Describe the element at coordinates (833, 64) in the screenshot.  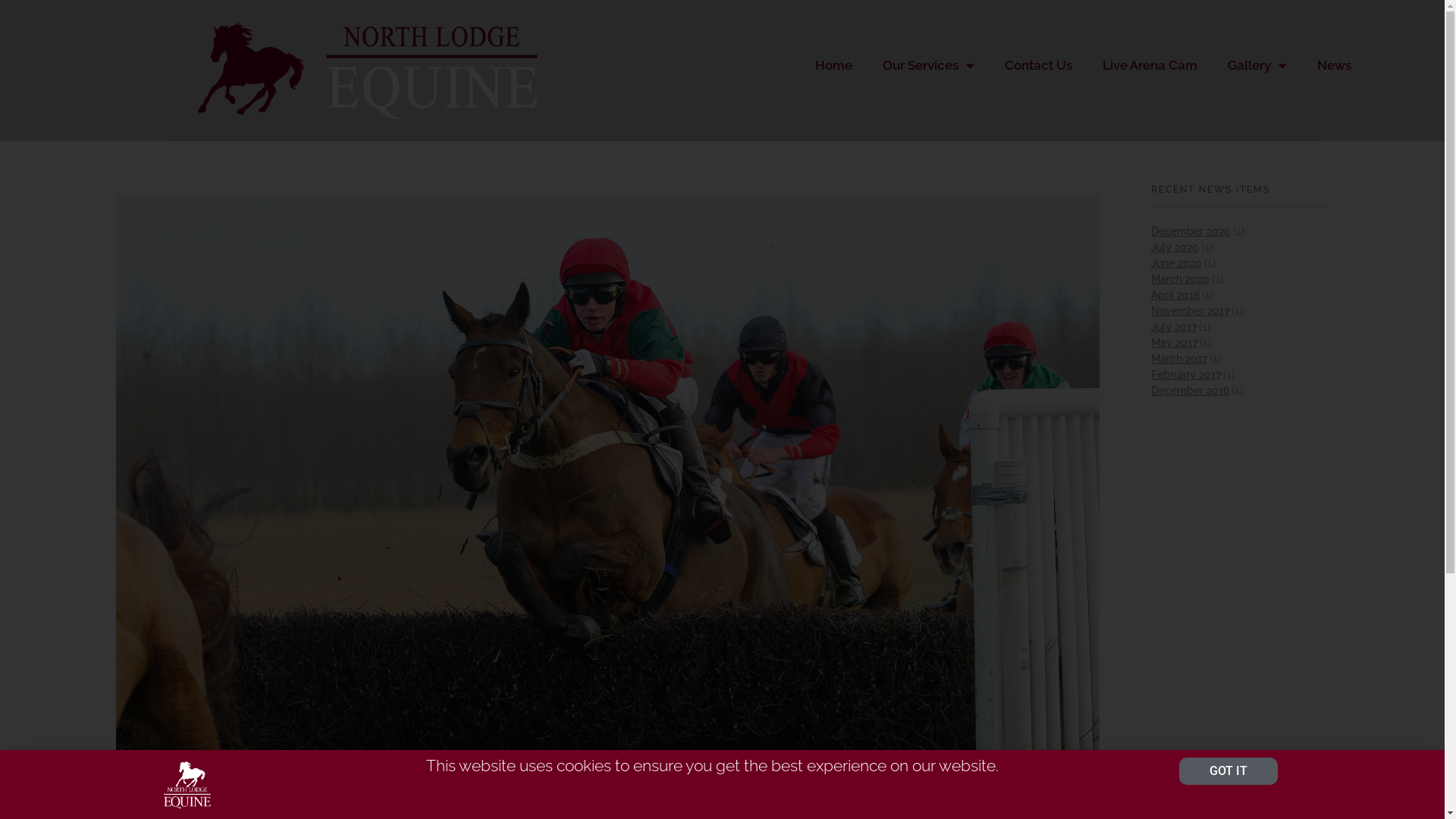
I see `'Home'` at that location.